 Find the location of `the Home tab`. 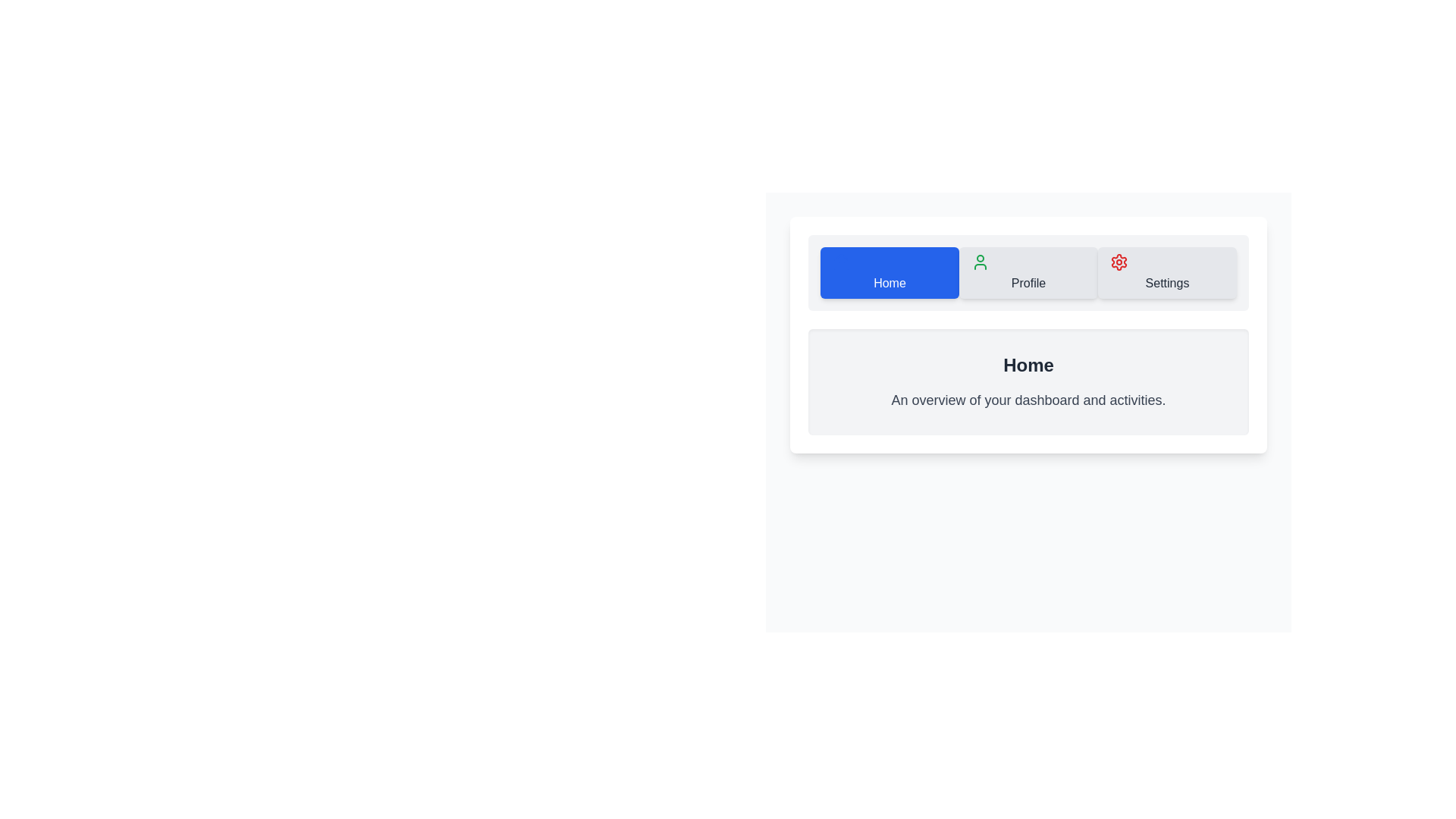

the Home tab is located at coordinates (890, 271).